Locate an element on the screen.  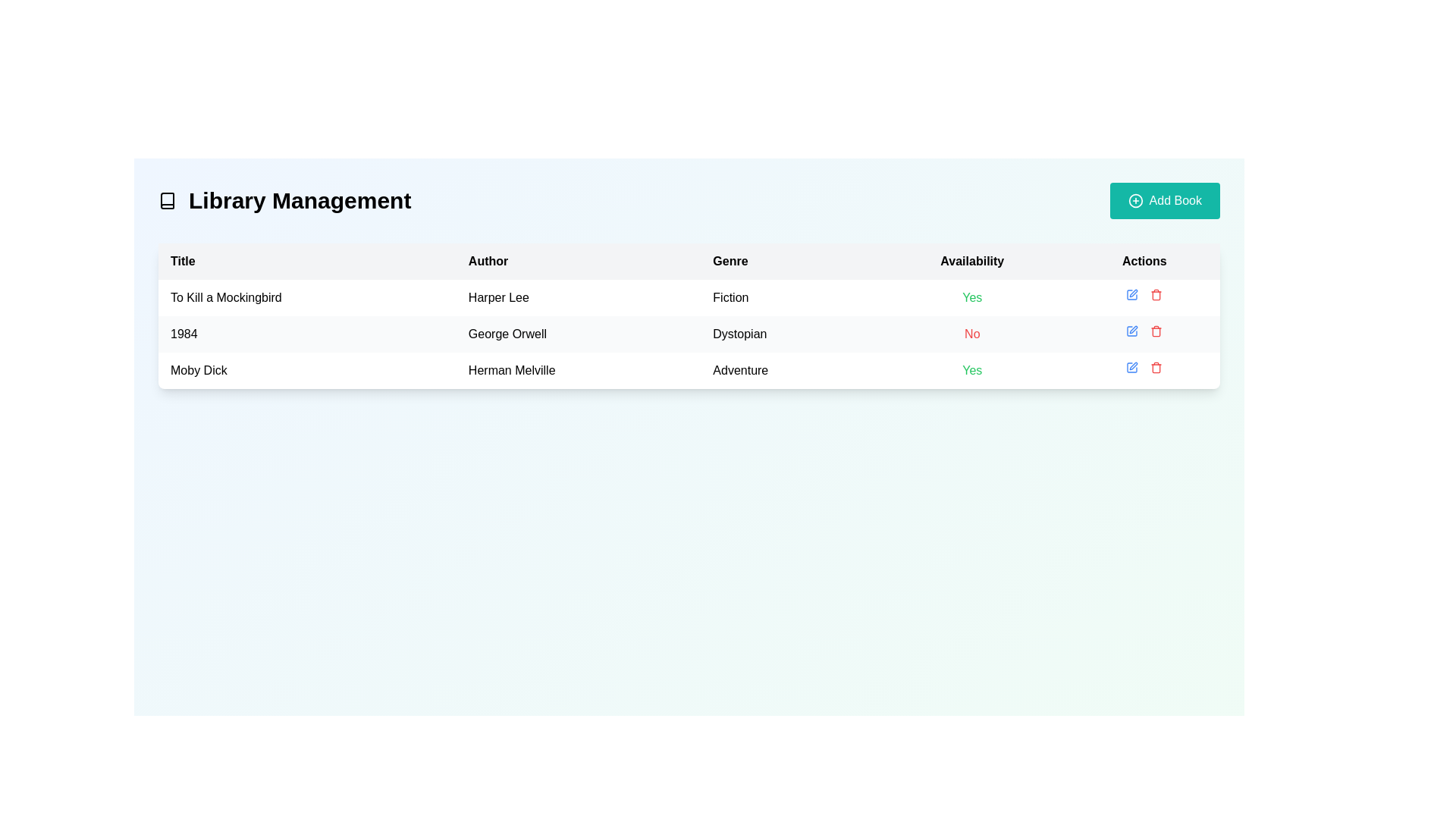
the availability status text label for the book 'Moby Dick', which indicates its availability is located at coordinates (972, 371).